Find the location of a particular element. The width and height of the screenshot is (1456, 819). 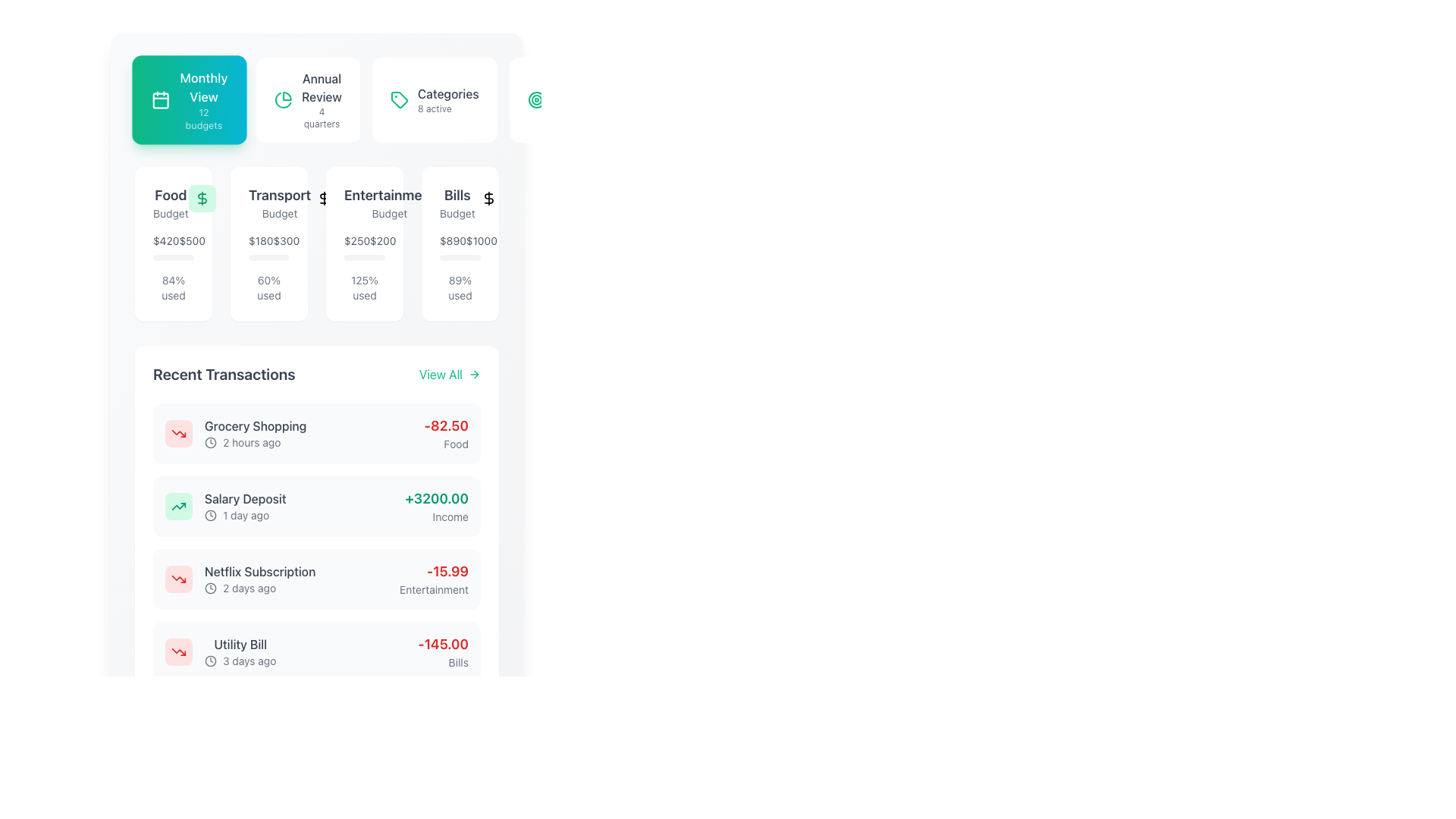

the static informational text reading '2 days ago' paired with a clock icon, located under 'Netflix Subscription' in the 'Recent Transactions' section is located at coordinates (260, 587).